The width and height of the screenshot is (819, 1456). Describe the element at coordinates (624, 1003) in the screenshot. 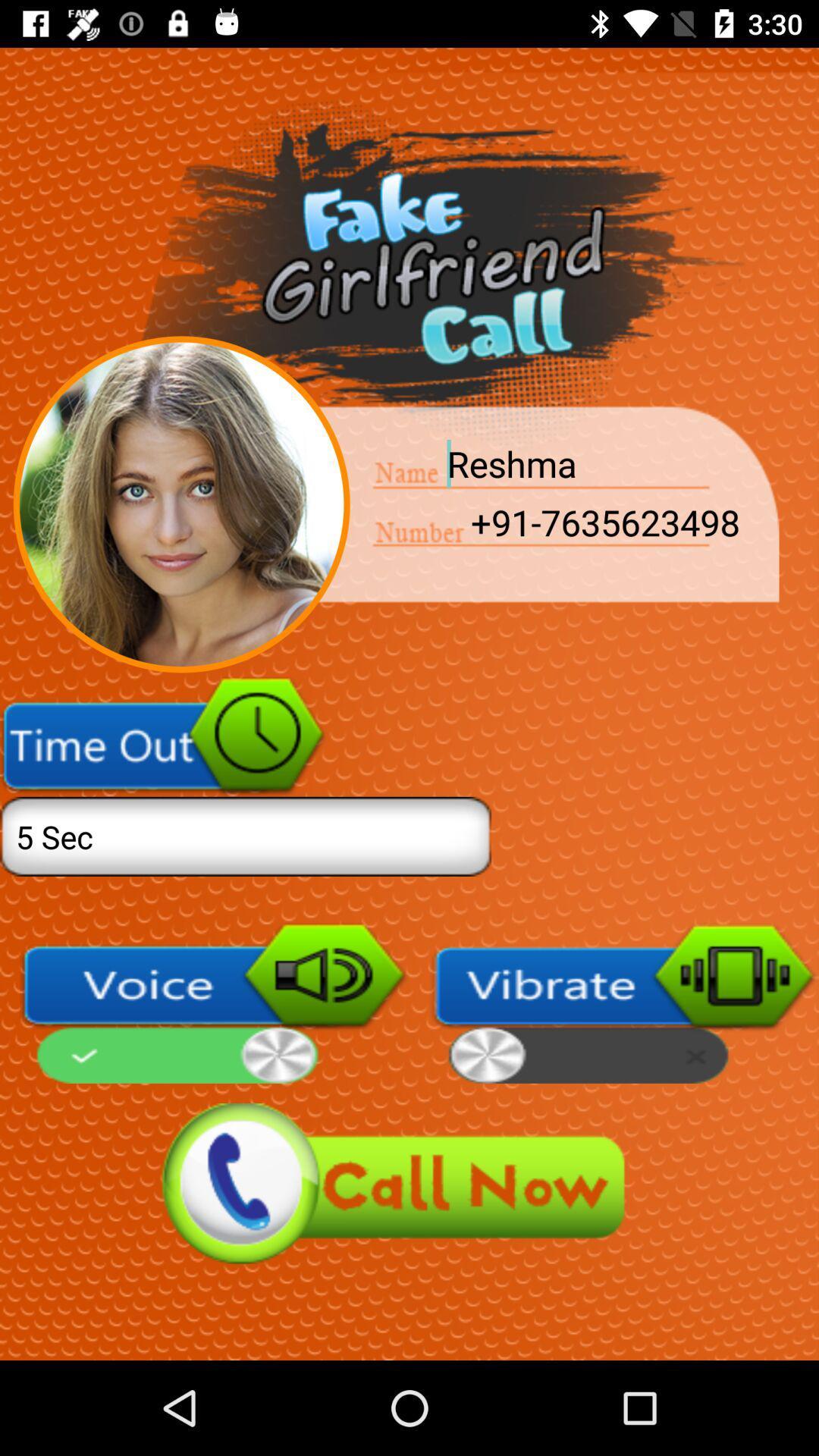

I see `vibrate option the article` at that location.